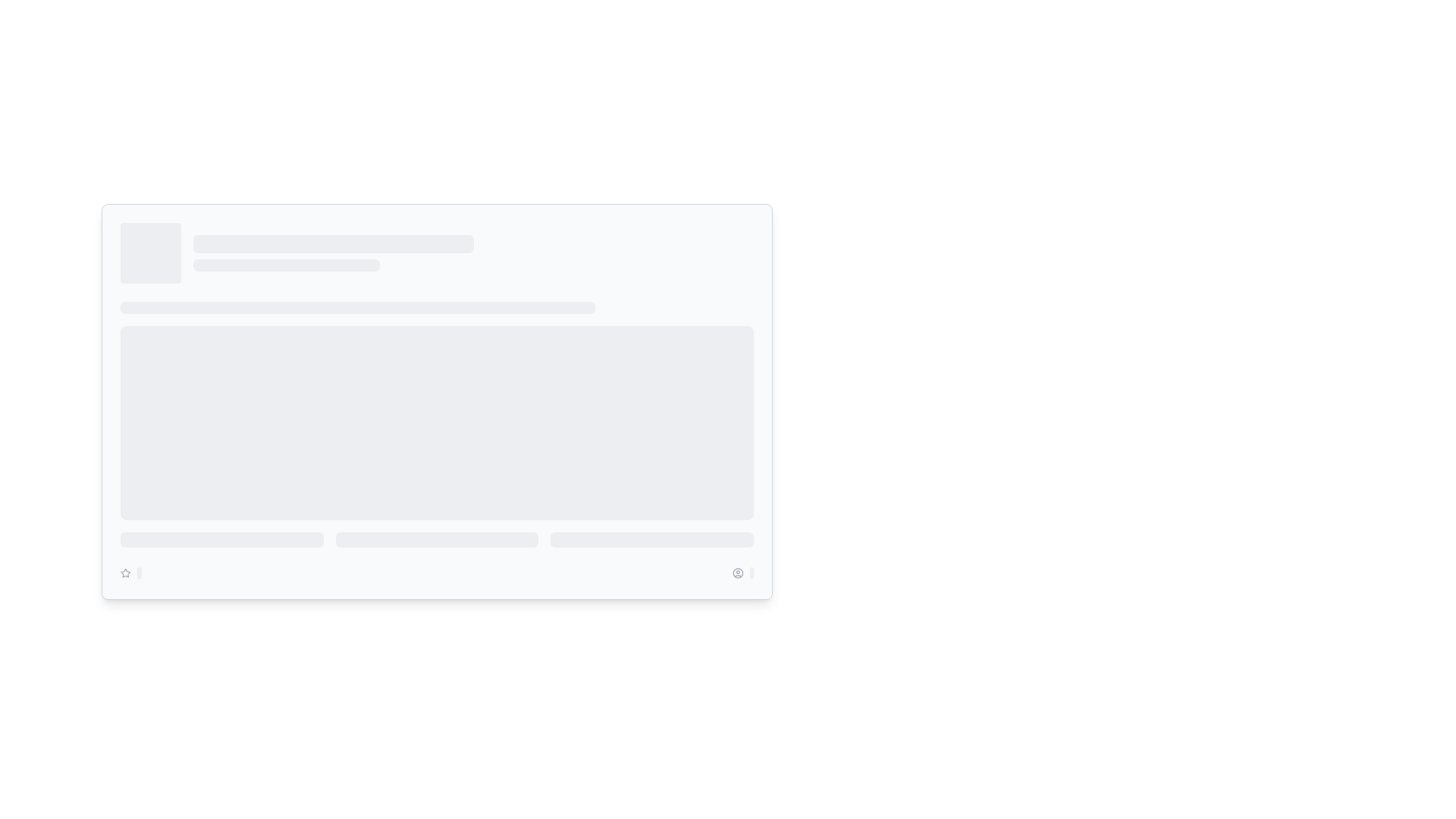 Image resolution: width=1456 pixels, height=819 pixels. I want to click on the interactive icon located at the leftmost side of a row of three elements, which likely represents a rating or favorite system, so click(125, 573).